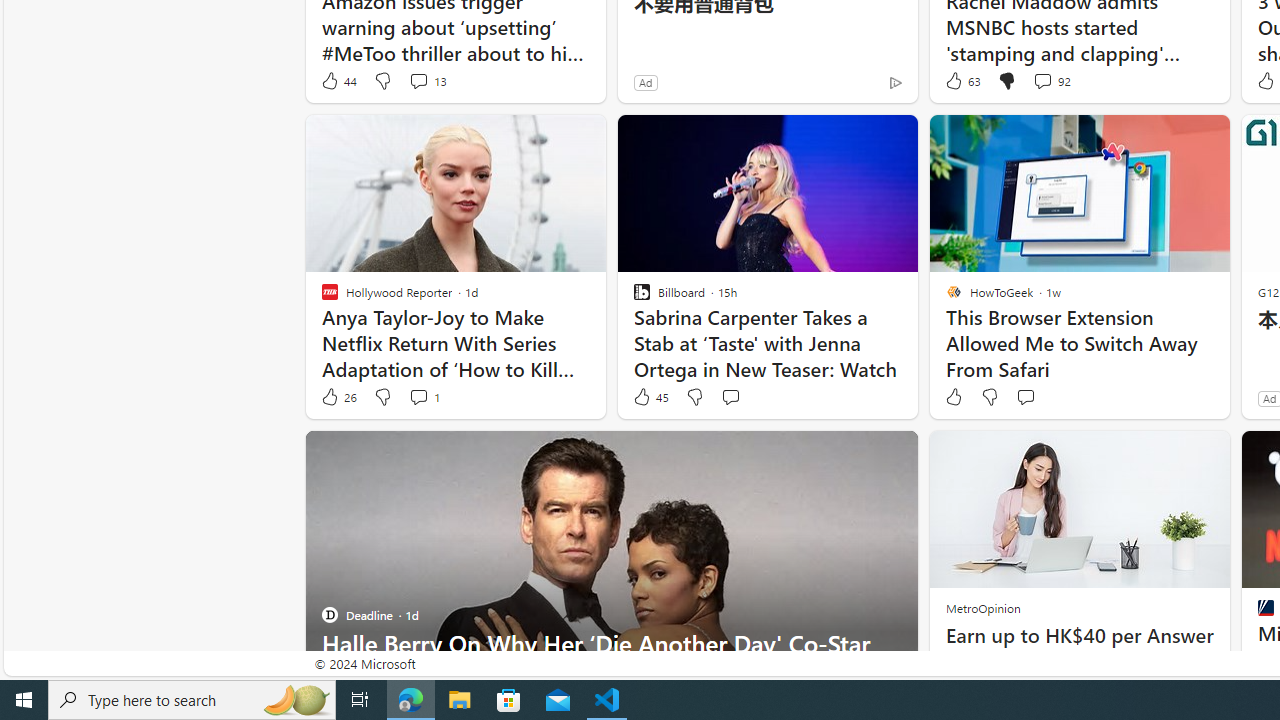  What do you see at coordinates (425, 80) in the screenshot?
I see `'View comments 13 Comment'` at bounding box center [425, 80].